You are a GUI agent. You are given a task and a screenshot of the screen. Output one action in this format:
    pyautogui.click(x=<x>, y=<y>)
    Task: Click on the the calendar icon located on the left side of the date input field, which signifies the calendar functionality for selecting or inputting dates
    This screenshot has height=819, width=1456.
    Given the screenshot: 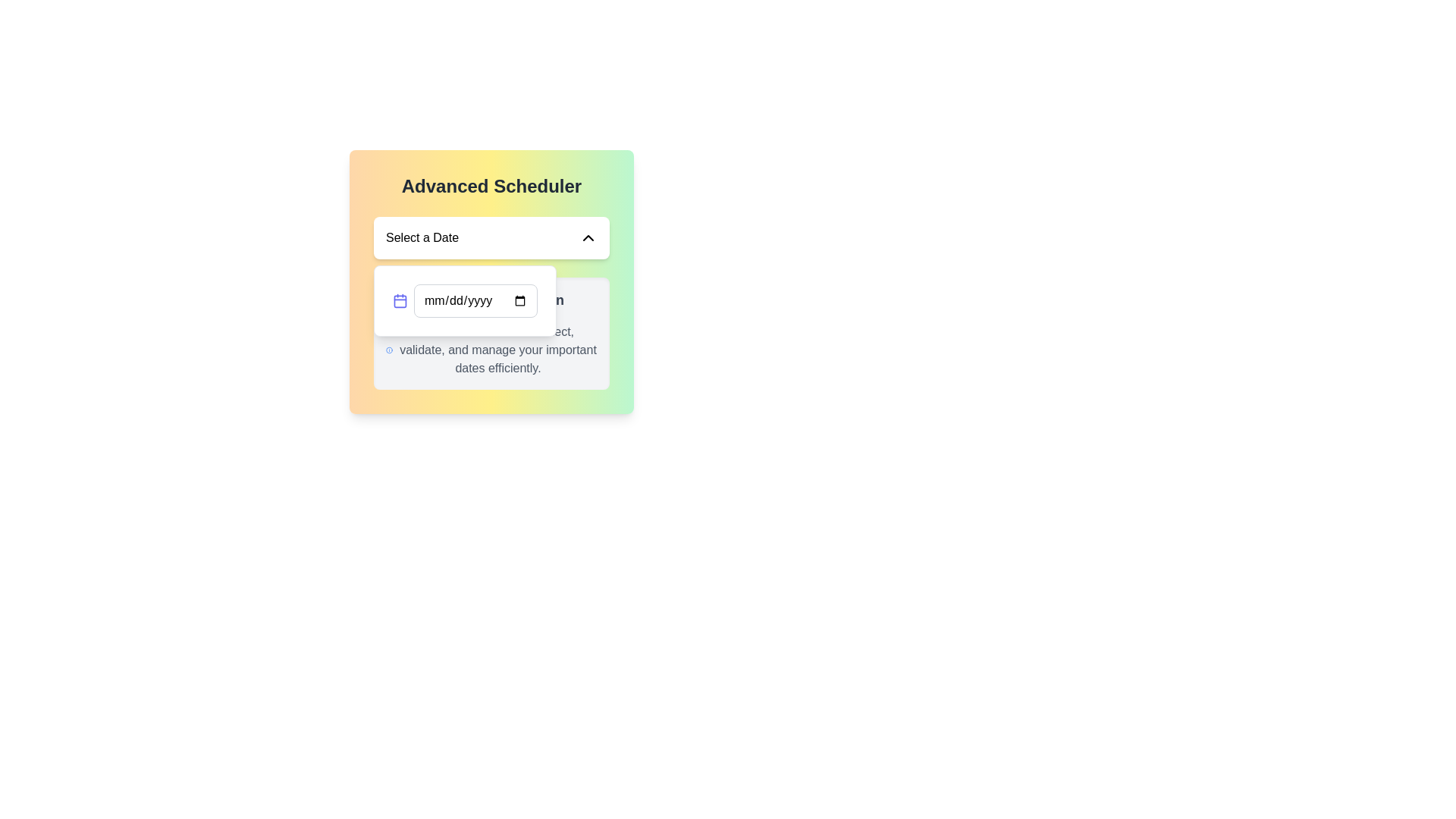 What is the action you would take?
    pyautogui.click(x=400, y=301)
    